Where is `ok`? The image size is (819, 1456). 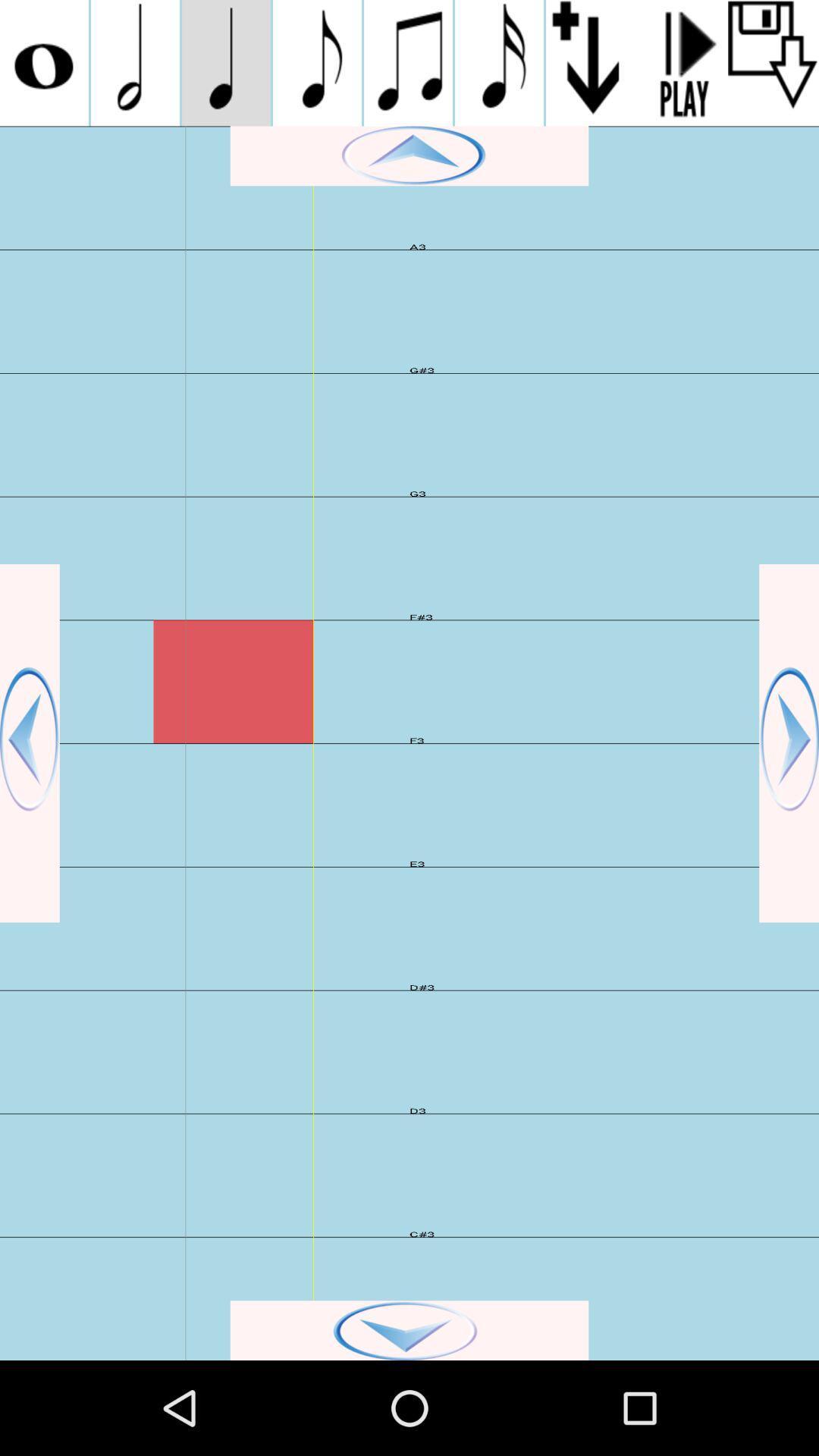 ok is located at coordinates (409, 1329).